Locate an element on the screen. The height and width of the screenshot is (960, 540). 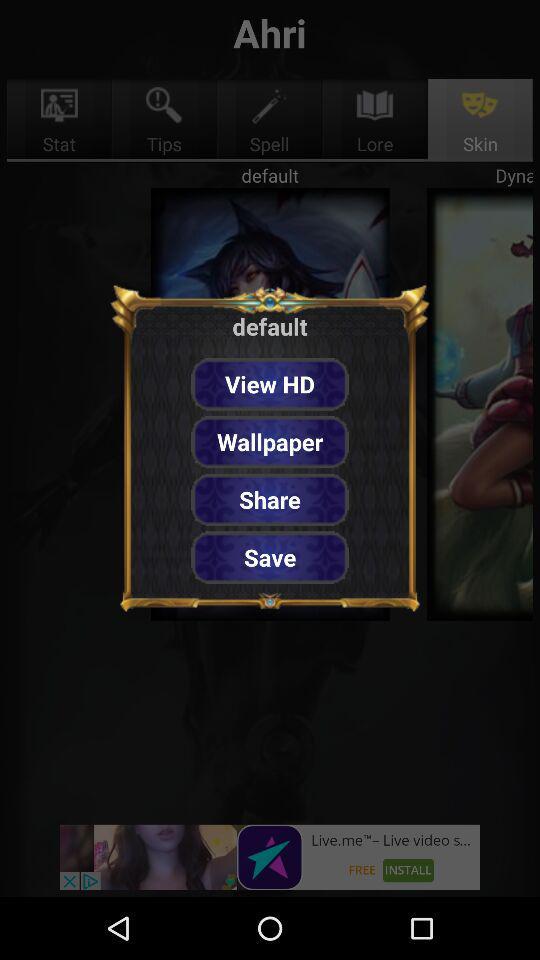
button below wallpaper item is located at coordinates (270, 498).